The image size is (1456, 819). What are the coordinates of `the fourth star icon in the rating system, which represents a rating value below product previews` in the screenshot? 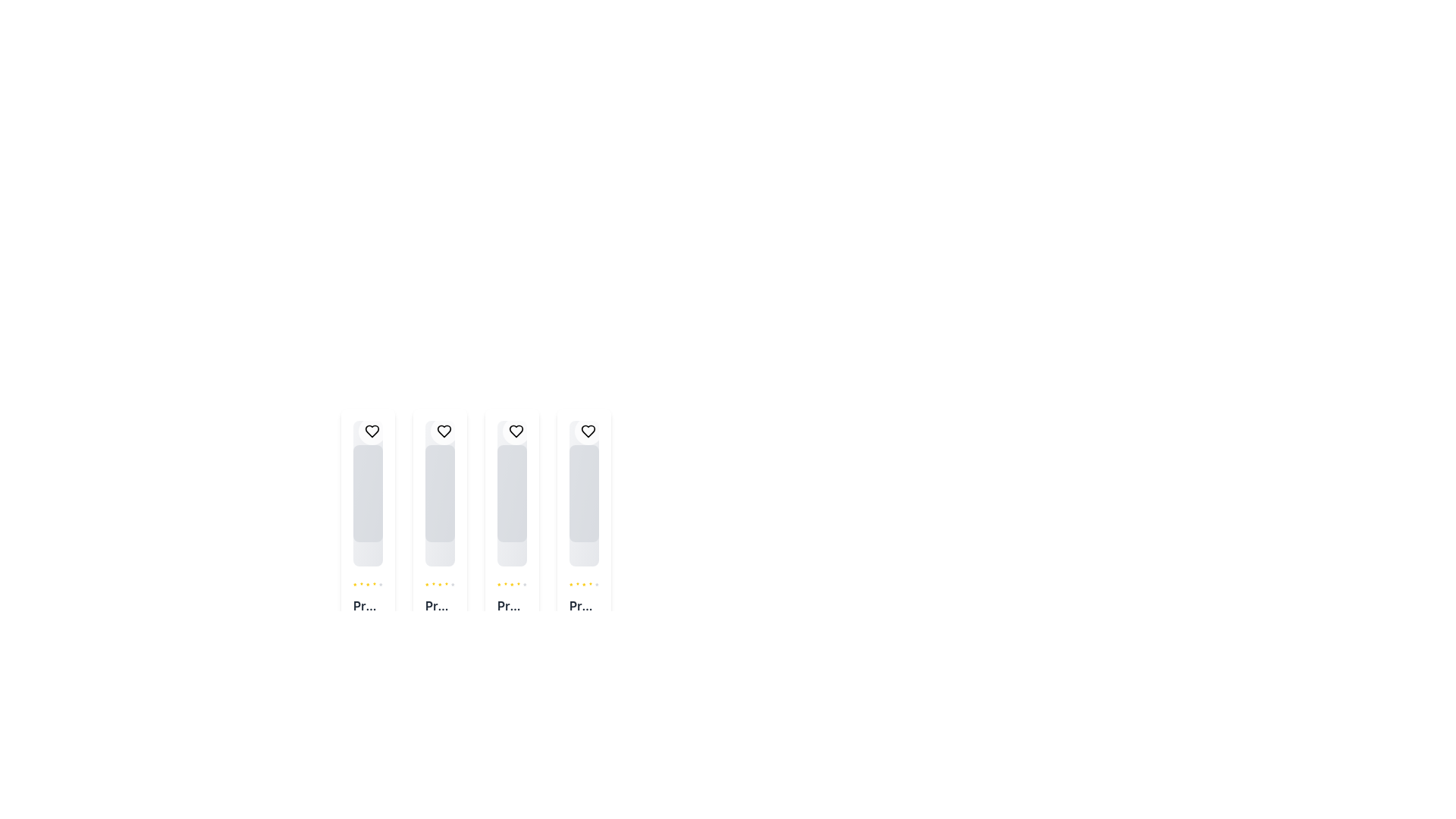 It's located at (439, 584).